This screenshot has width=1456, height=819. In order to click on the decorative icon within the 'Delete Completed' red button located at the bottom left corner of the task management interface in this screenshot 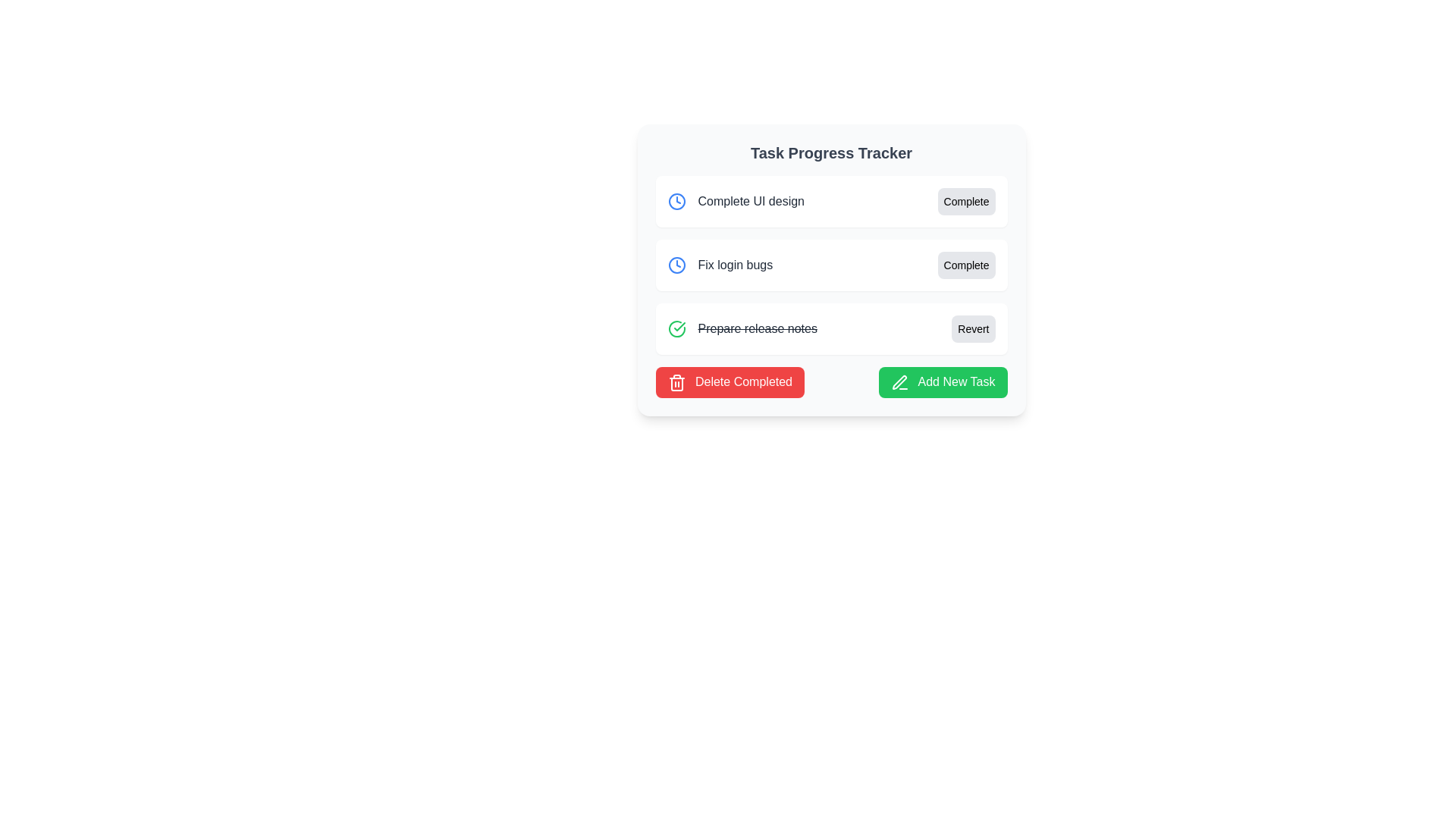, I will do `click(676, 383)`.